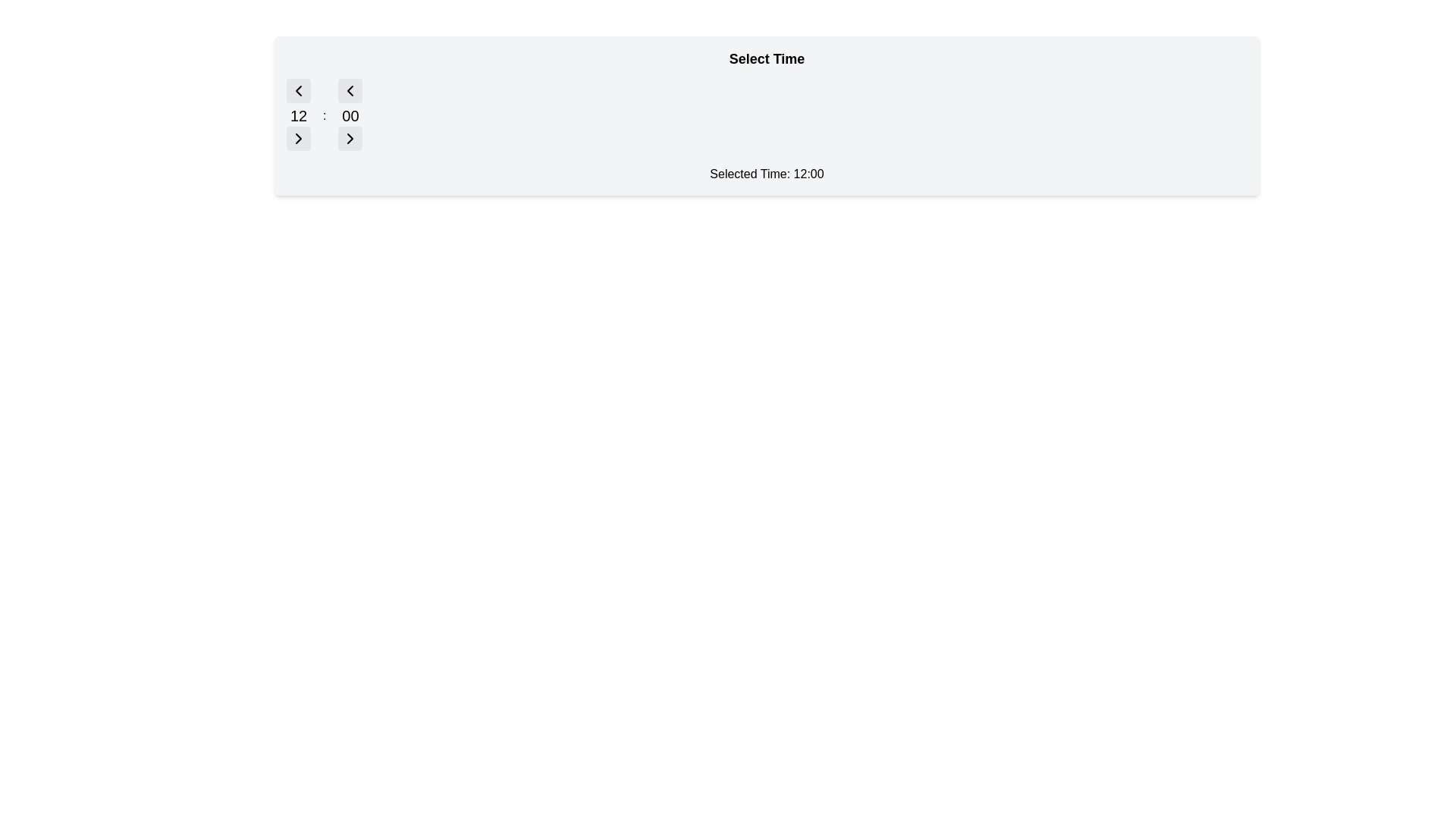  Describe the element at coordinates (350, 90) in the screenshot. I see `the small rectangular button with a left-pointing chevron icon, positioned above the '00' text and to the right of the colon symbol in the time interface, for keyboard interaction` at that location.